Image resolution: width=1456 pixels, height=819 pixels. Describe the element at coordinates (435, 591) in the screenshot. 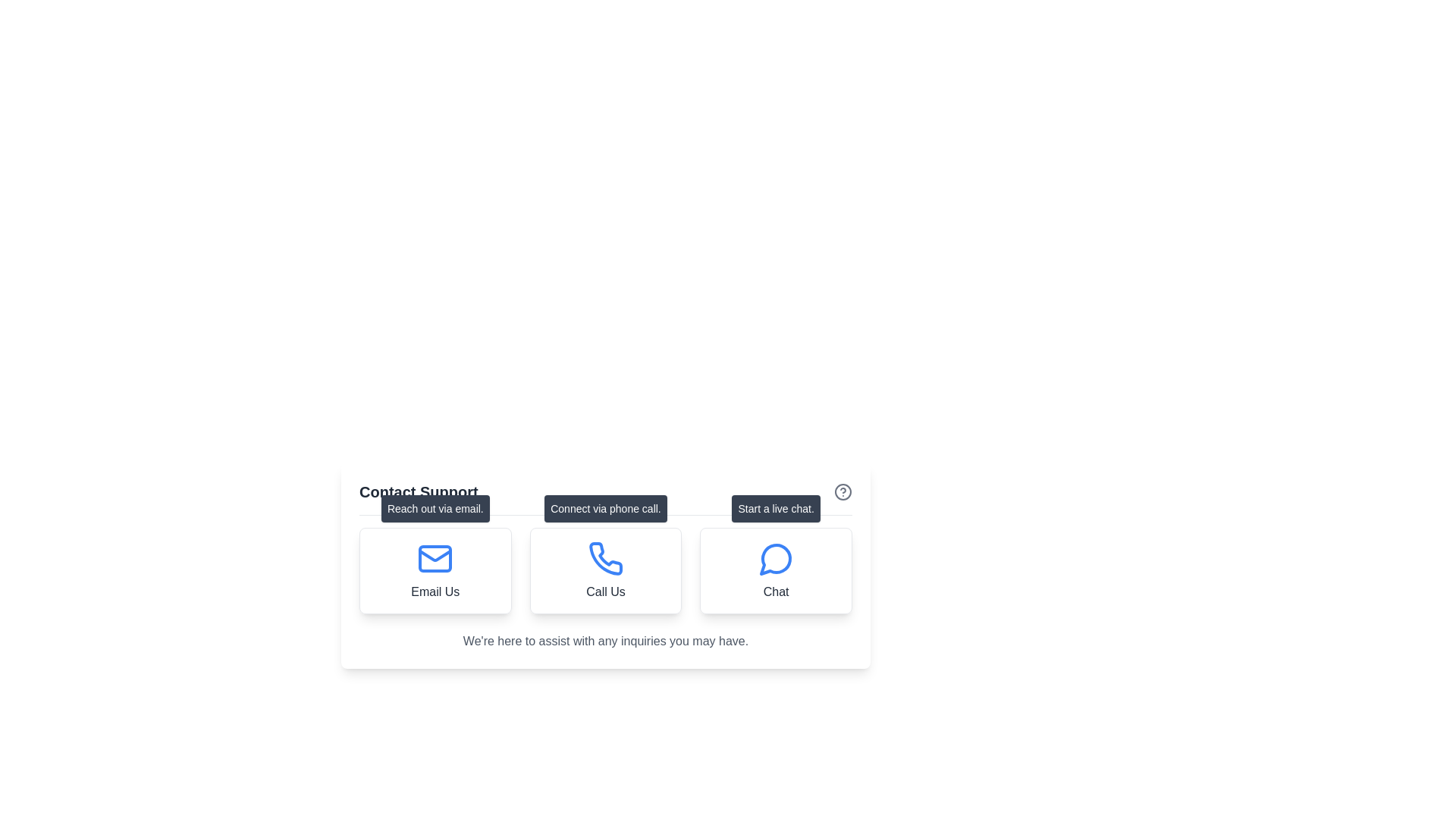

I see `the text label that indicates the email contact information, located below the email icon in the first option card under 'Contact Support'` at that location.